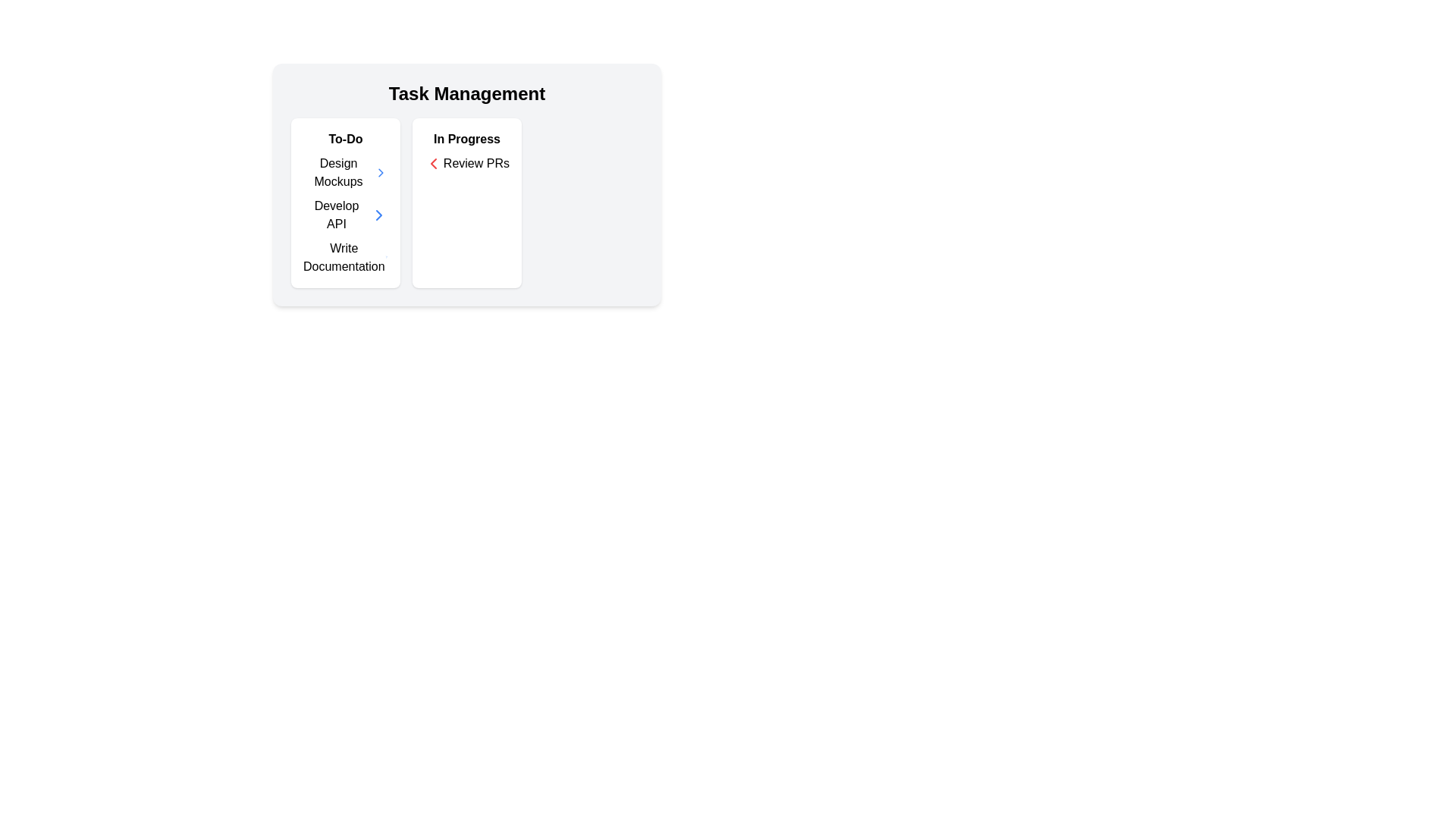 This screenshot has height=819, width=1456. Describe the element at coordinates (345, 171) in the screenshot. I see `the 'Design Mockups' list item in the To-Do section` at that location.